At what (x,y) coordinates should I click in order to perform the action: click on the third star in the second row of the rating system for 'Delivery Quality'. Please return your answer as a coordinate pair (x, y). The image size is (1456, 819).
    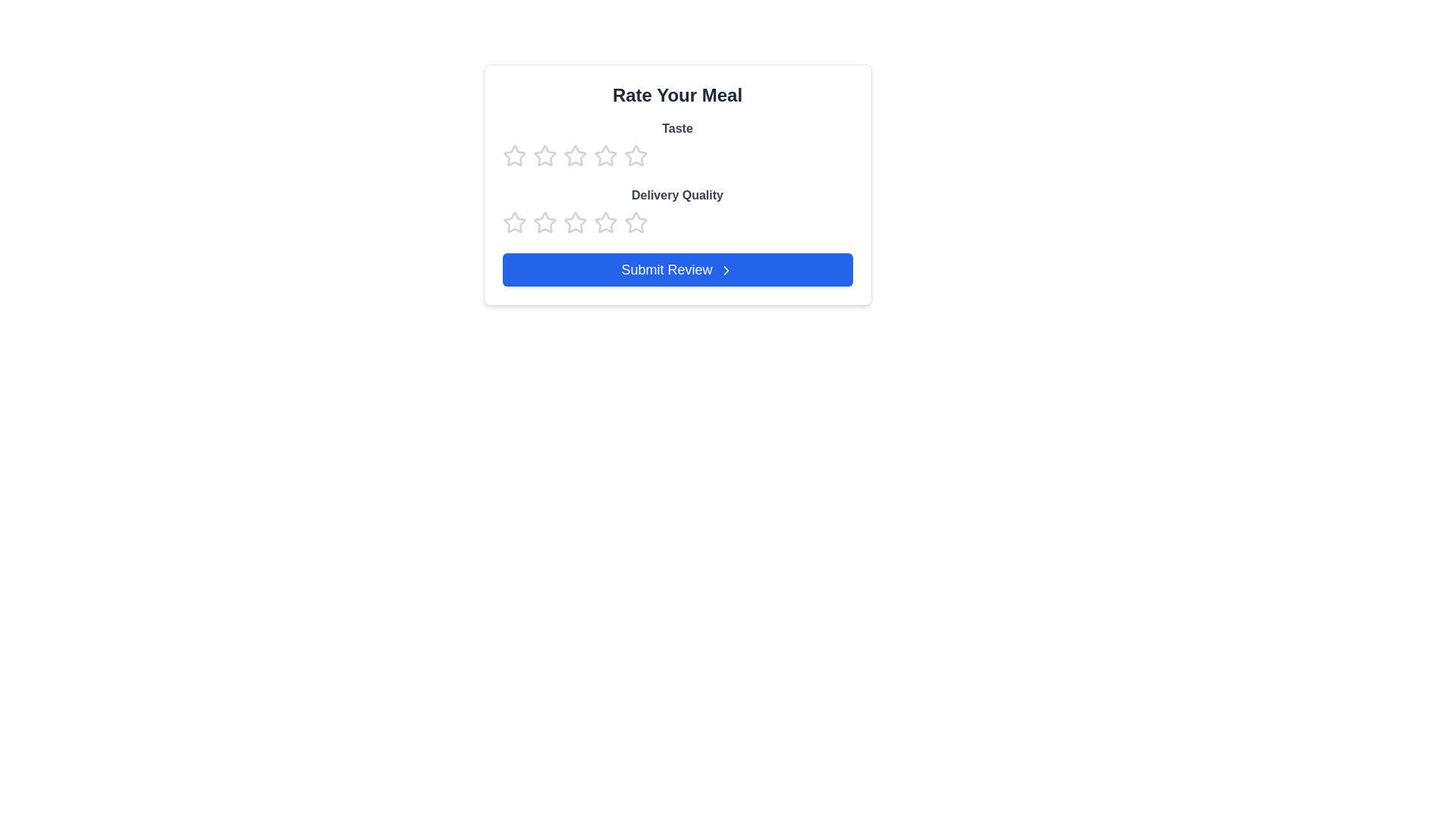
    Looking at the image, I should click on (635, 222).